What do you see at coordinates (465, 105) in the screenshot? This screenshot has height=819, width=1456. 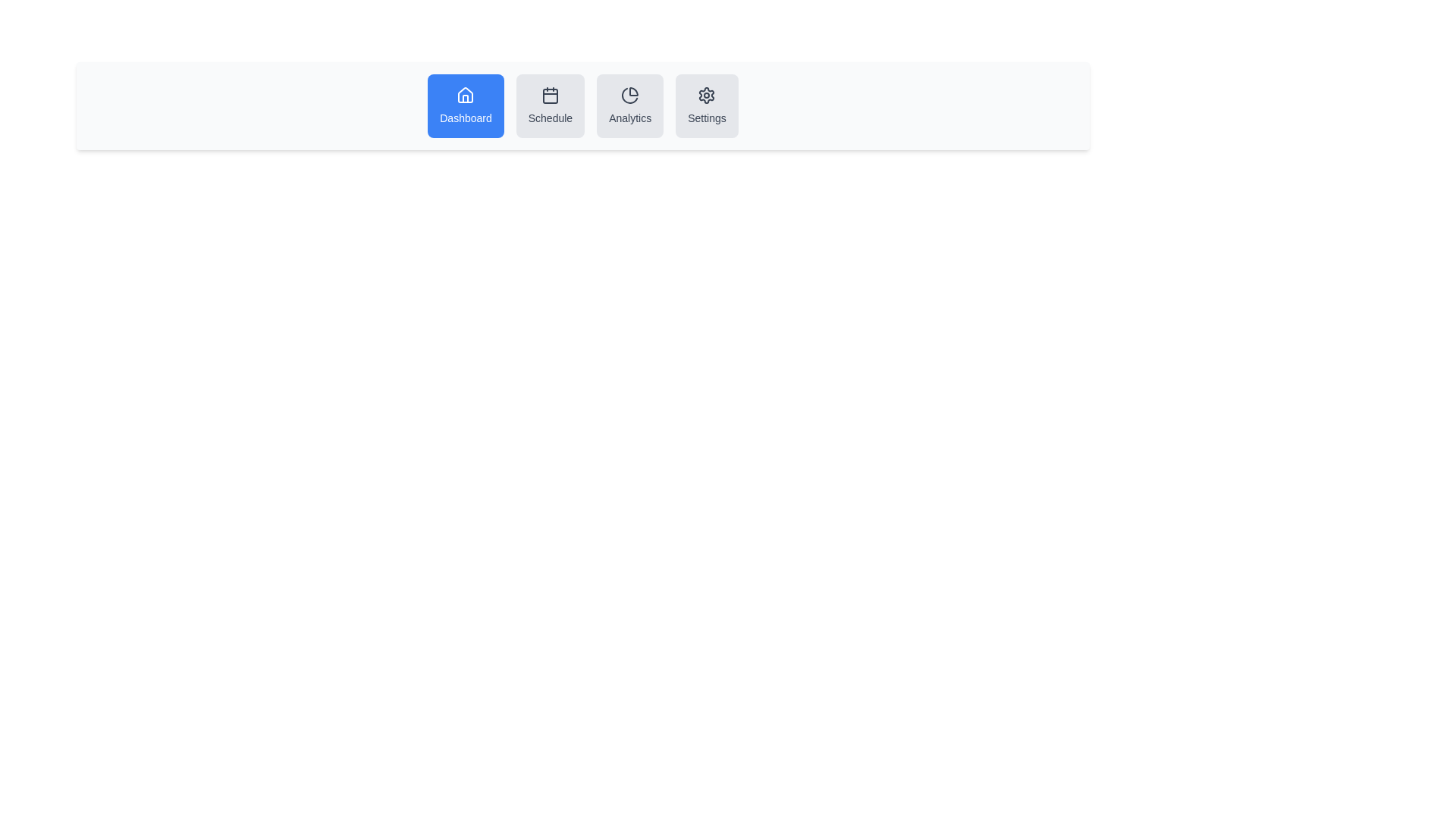 I see `the button labeled Dashboard to view its tooltip or effect` at bounding box center [465, 105].